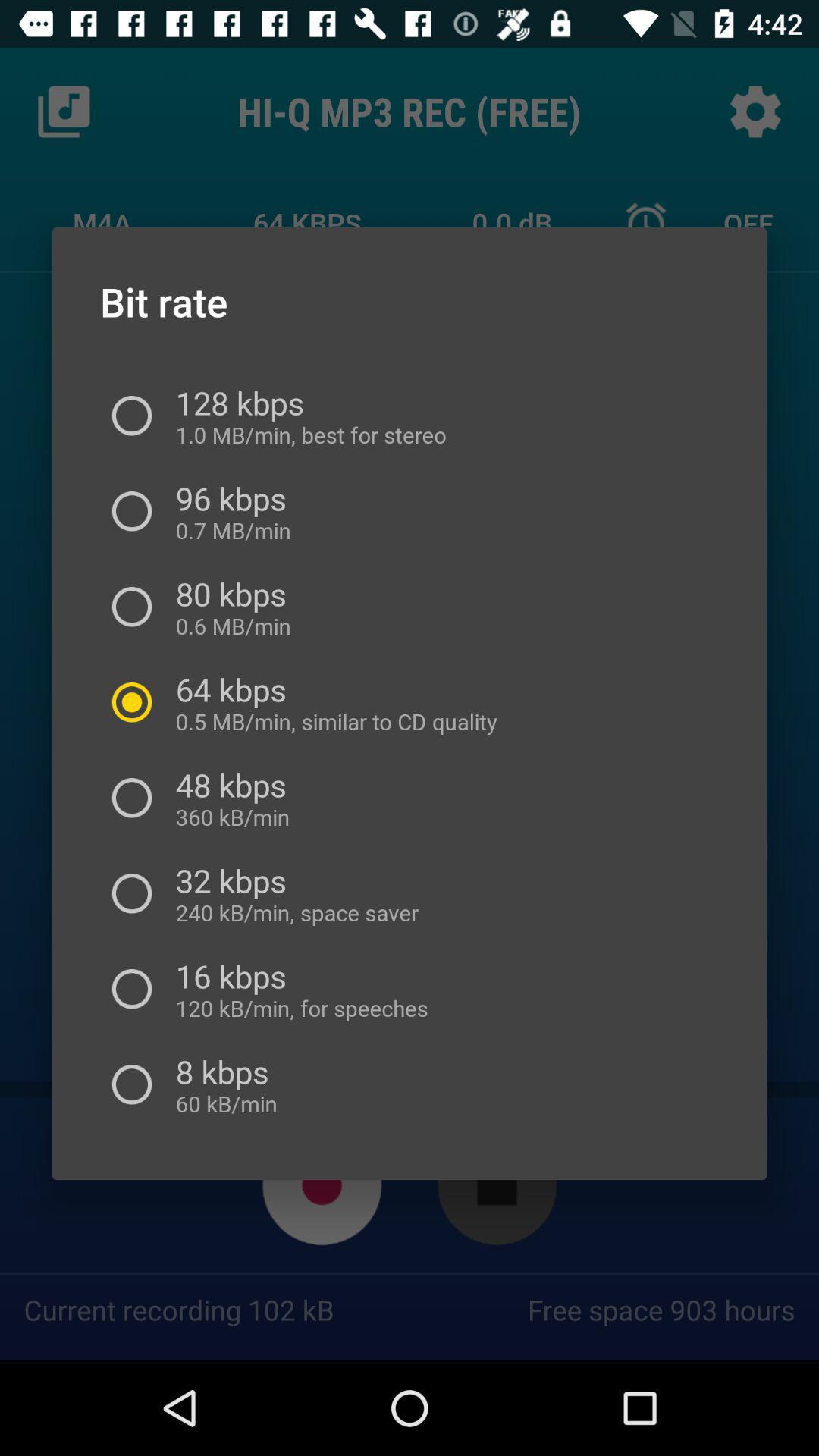 The width and height of the screenshot is (819, 1456). What do you see at coordinates (305, 416) in the screenshot?
I see `128 kbps 1 item` at bounding box center [305, 416].